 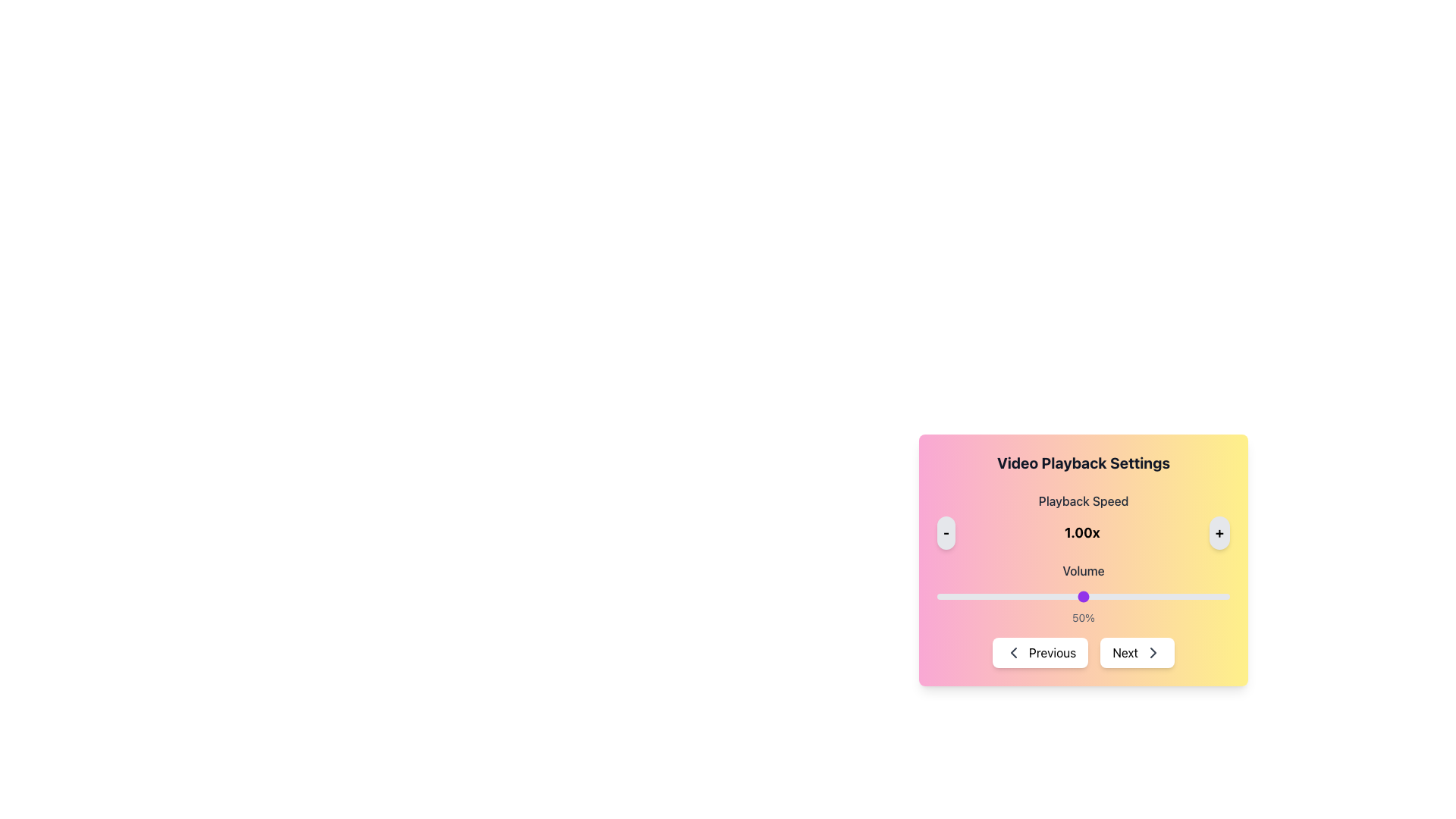 I want to click on the volume, so click(x=1007, y=595).